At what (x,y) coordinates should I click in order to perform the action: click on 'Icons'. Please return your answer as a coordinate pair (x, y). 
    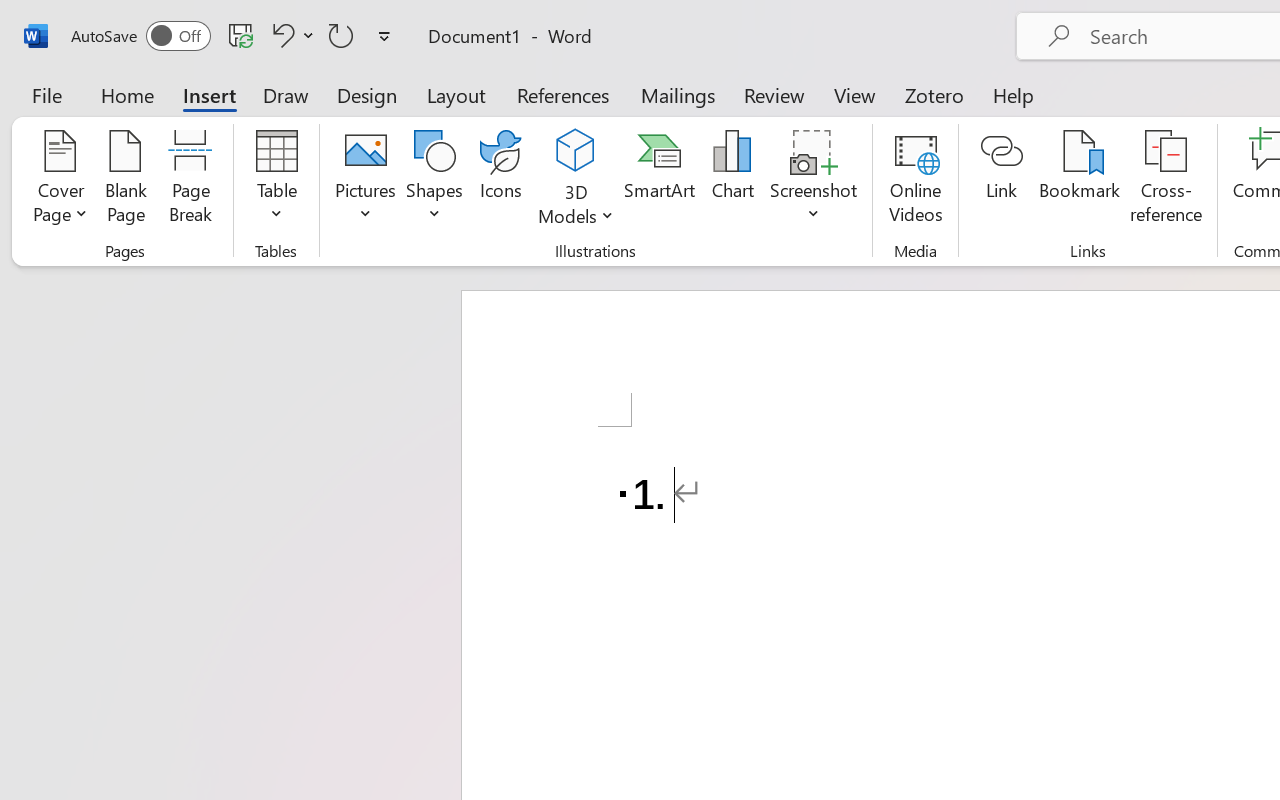
    Looking at the image, I should click on (501, 179).